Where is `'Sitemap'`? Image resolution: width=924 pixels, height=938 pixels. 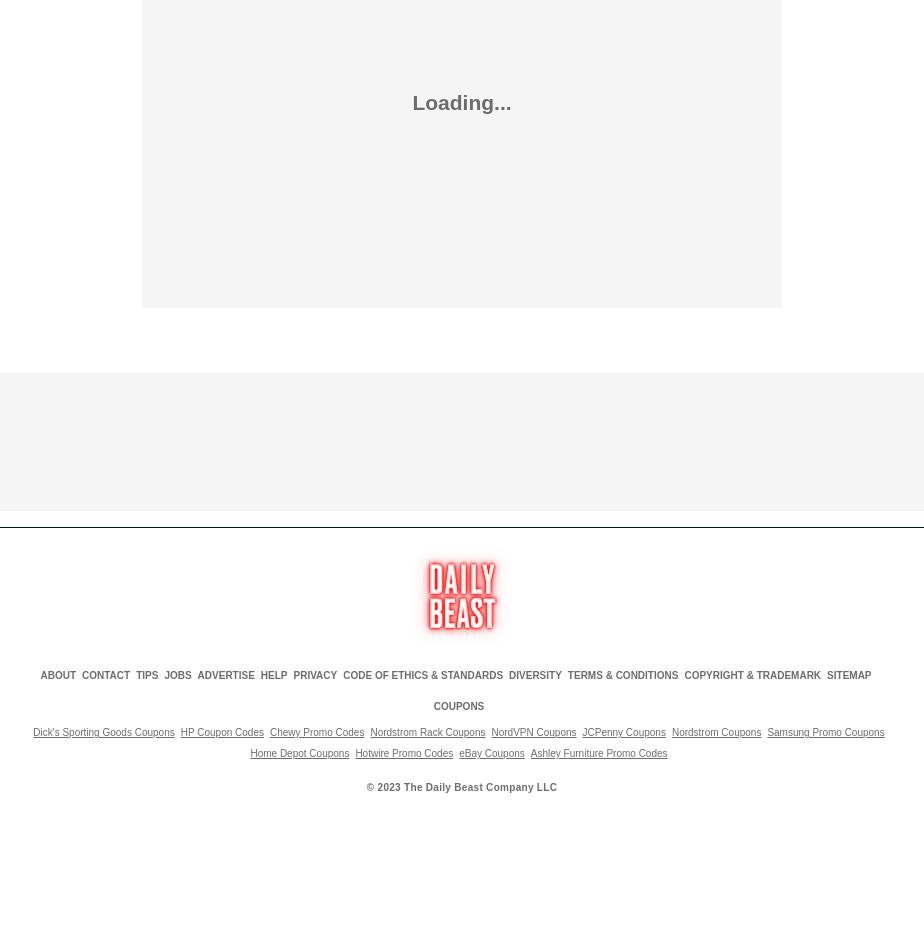
'Sitemap' is located at coordinates (848, 674).